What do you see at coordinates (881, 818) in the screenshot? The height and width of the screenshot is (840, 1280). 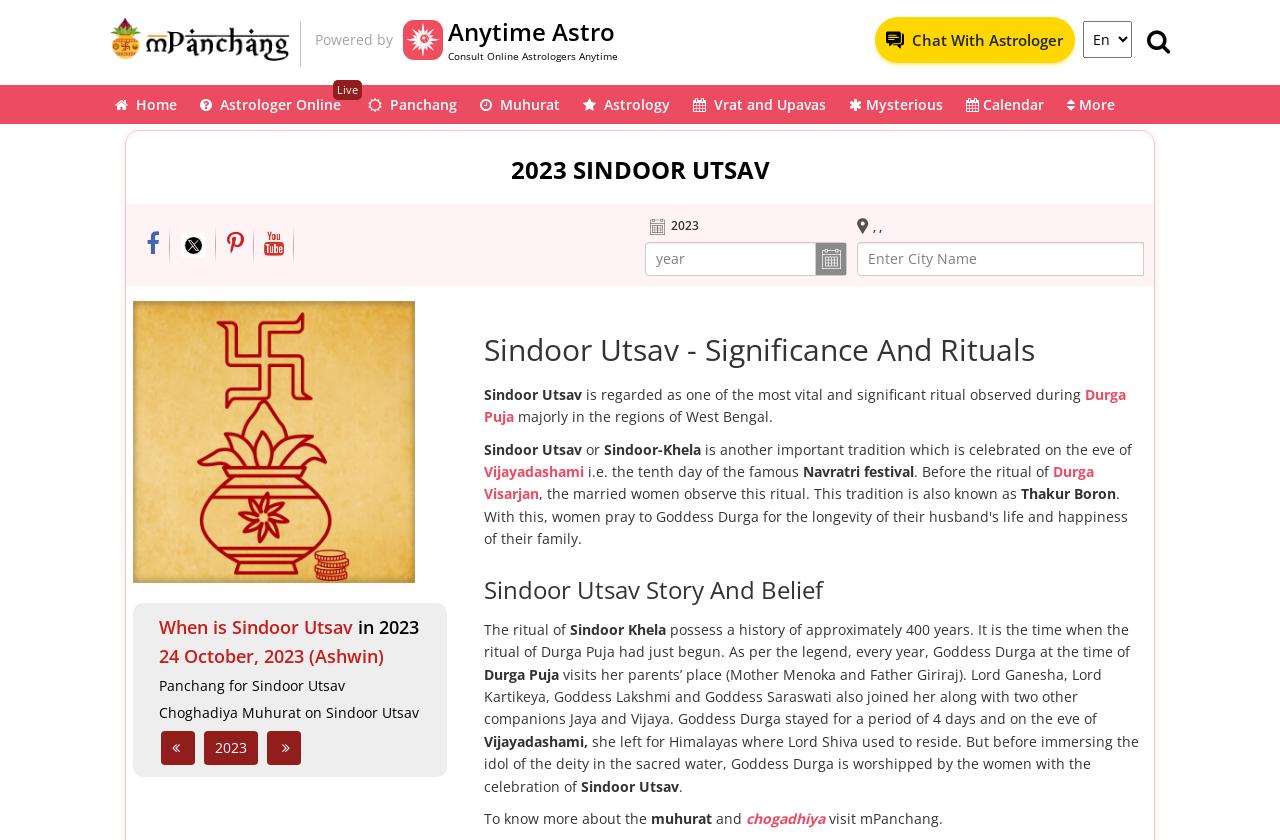 I see `'visit mPanchang.'` at bounding box center [881, 818].